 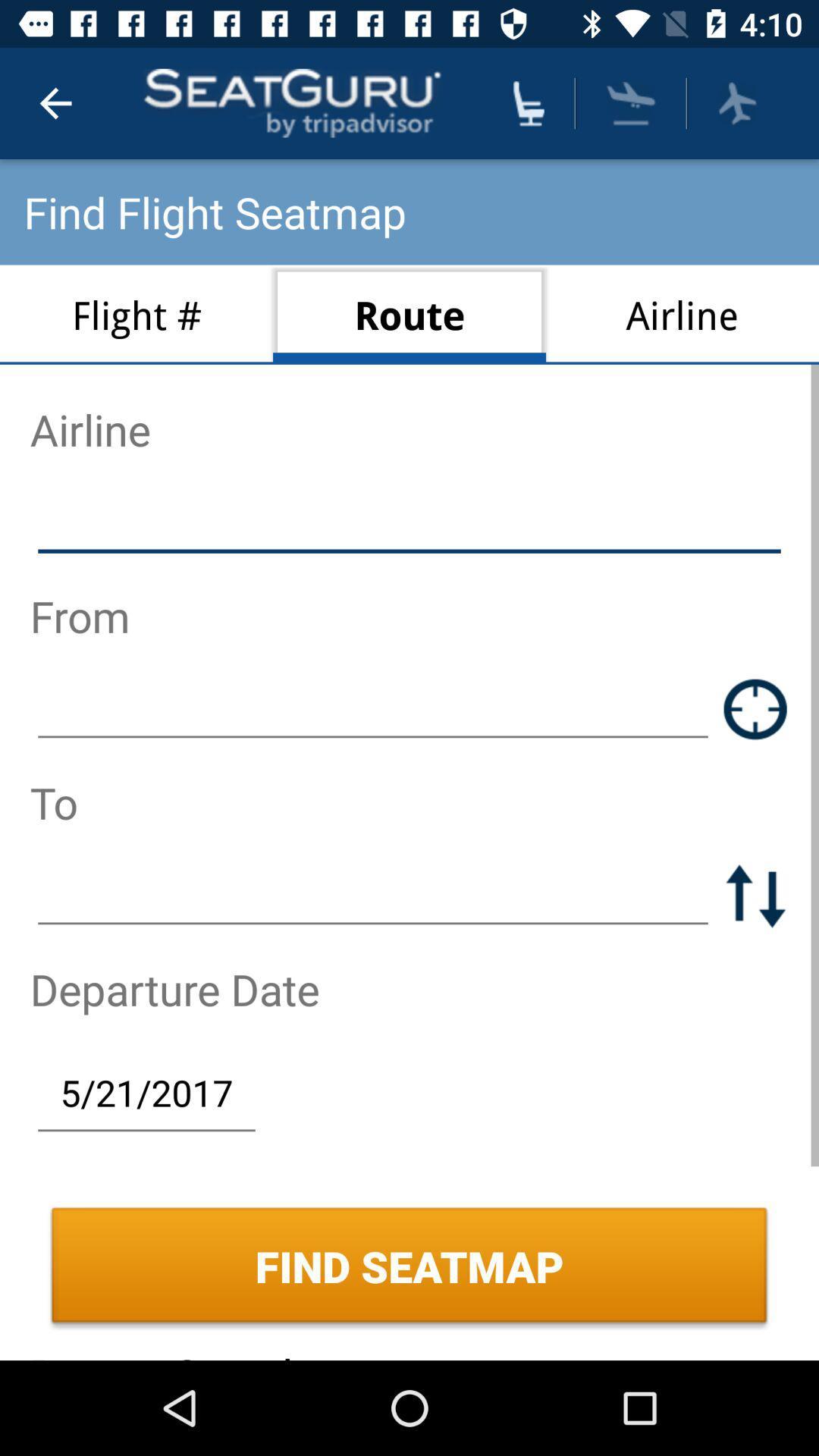 What do you see at coordinates (373, 708) in the screenshot?
I see `departutre location` at bounding box center [373, 708].